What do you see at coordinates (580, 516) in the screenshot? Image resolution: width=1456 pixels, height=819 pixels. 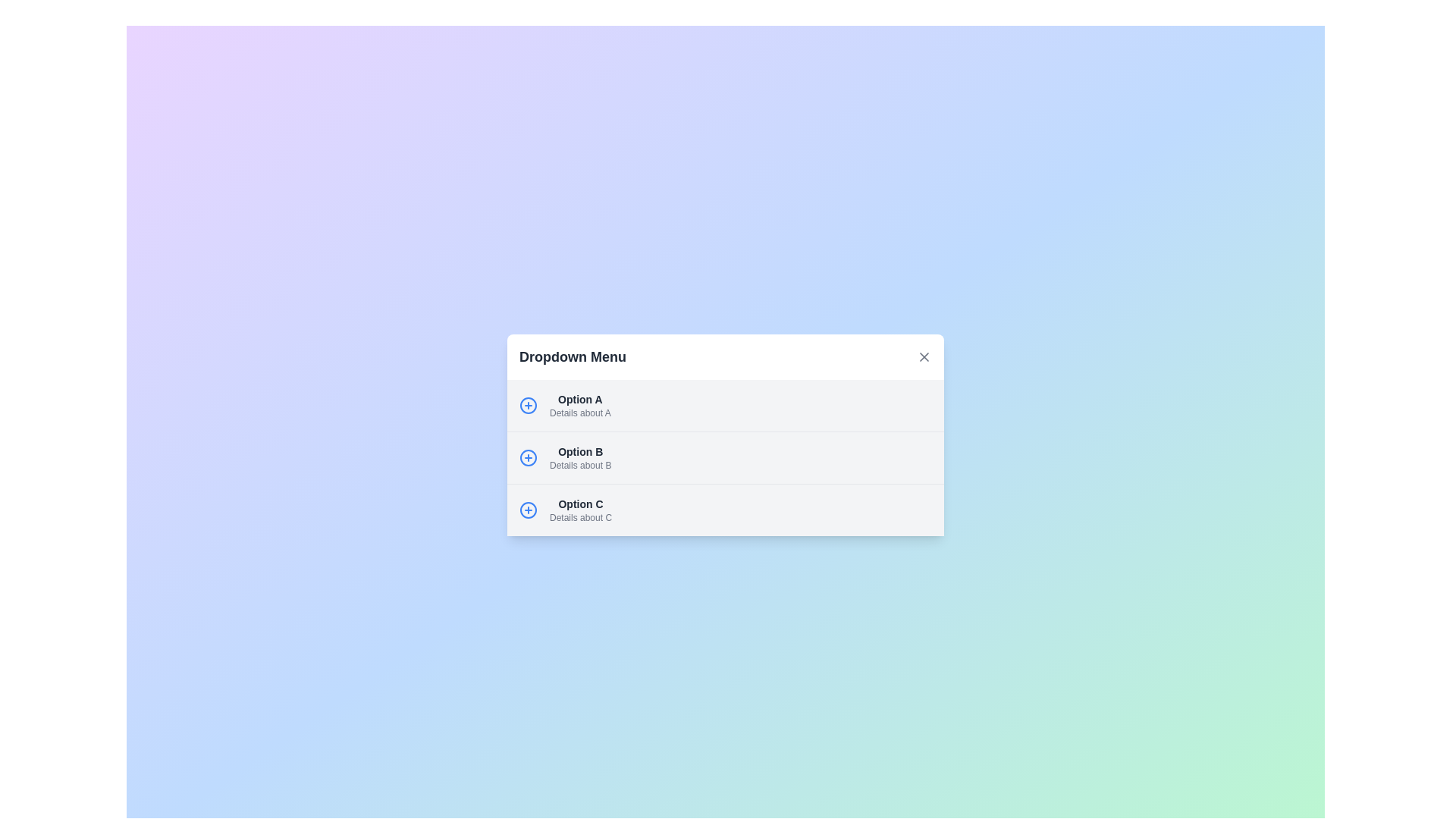 I see `the explanatory subtitle text label located below 'Option C' in the dropdown menu interface` at bounding box center [580, 516].